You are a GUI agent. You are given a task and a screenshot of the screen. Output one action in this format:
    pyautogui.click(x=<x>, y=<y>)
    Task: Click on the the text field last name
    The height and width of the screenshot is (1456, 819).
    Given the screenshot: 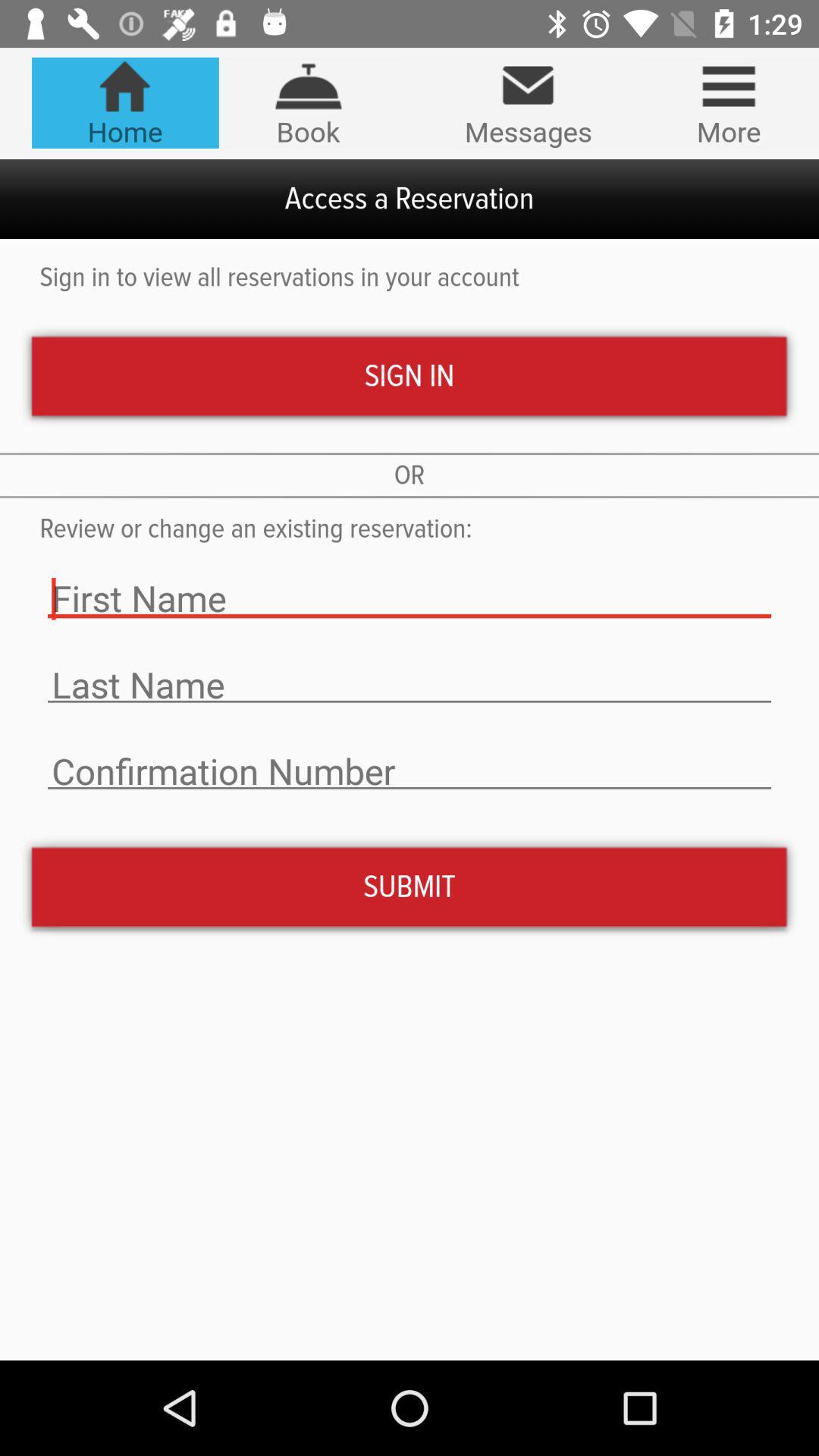 What is the action you would take?
    pyautogui.click(x=409, y=684)
    